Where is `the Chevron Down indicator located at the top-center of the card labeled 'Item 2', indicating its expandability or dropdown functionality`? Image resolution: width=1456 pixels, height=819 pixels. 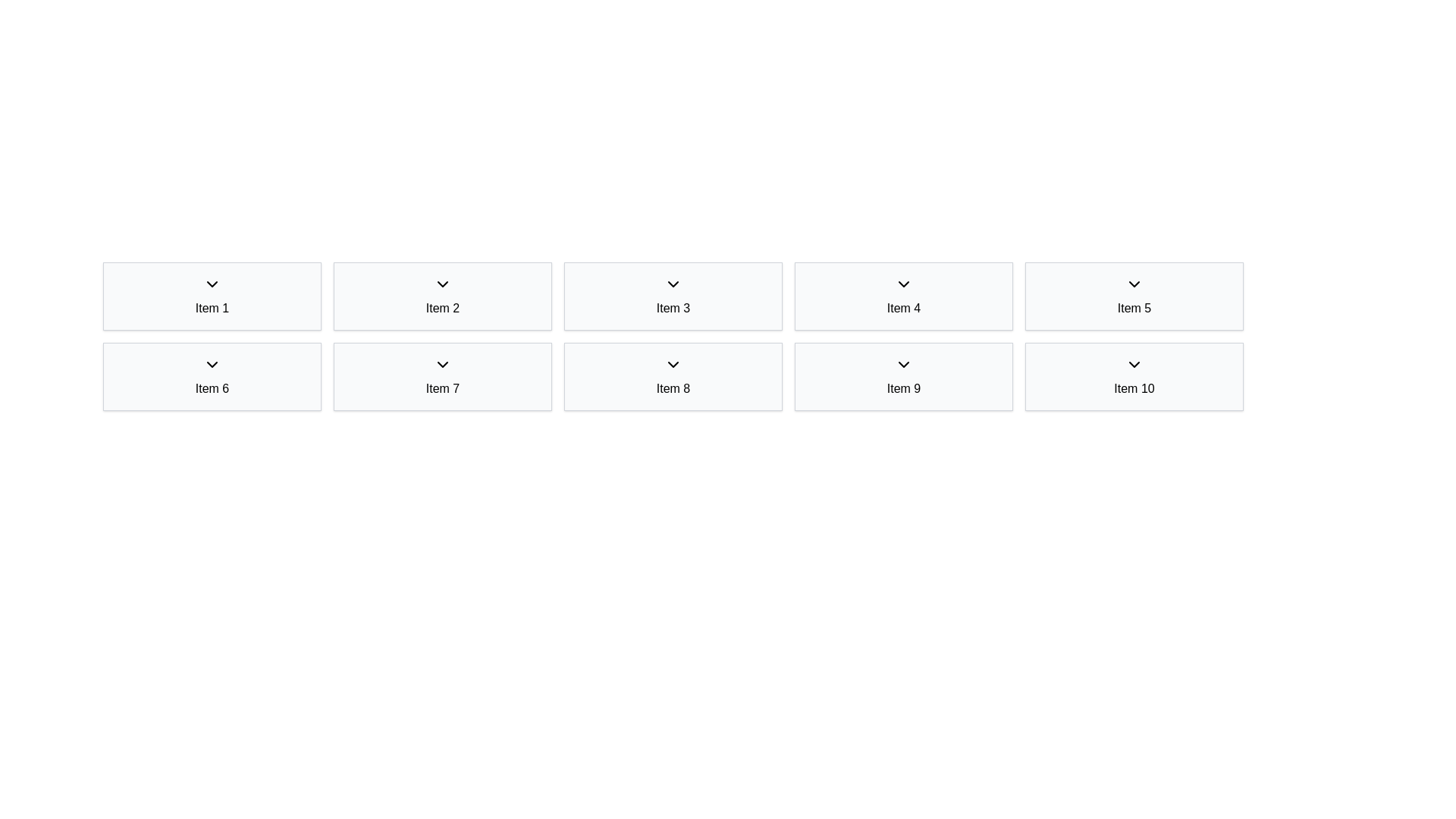
the Chevron Down indicator located at the top-center of the card labeled 'Item 2', indicating its expandability or dropdown functionality is located at coordinates (442, 284).